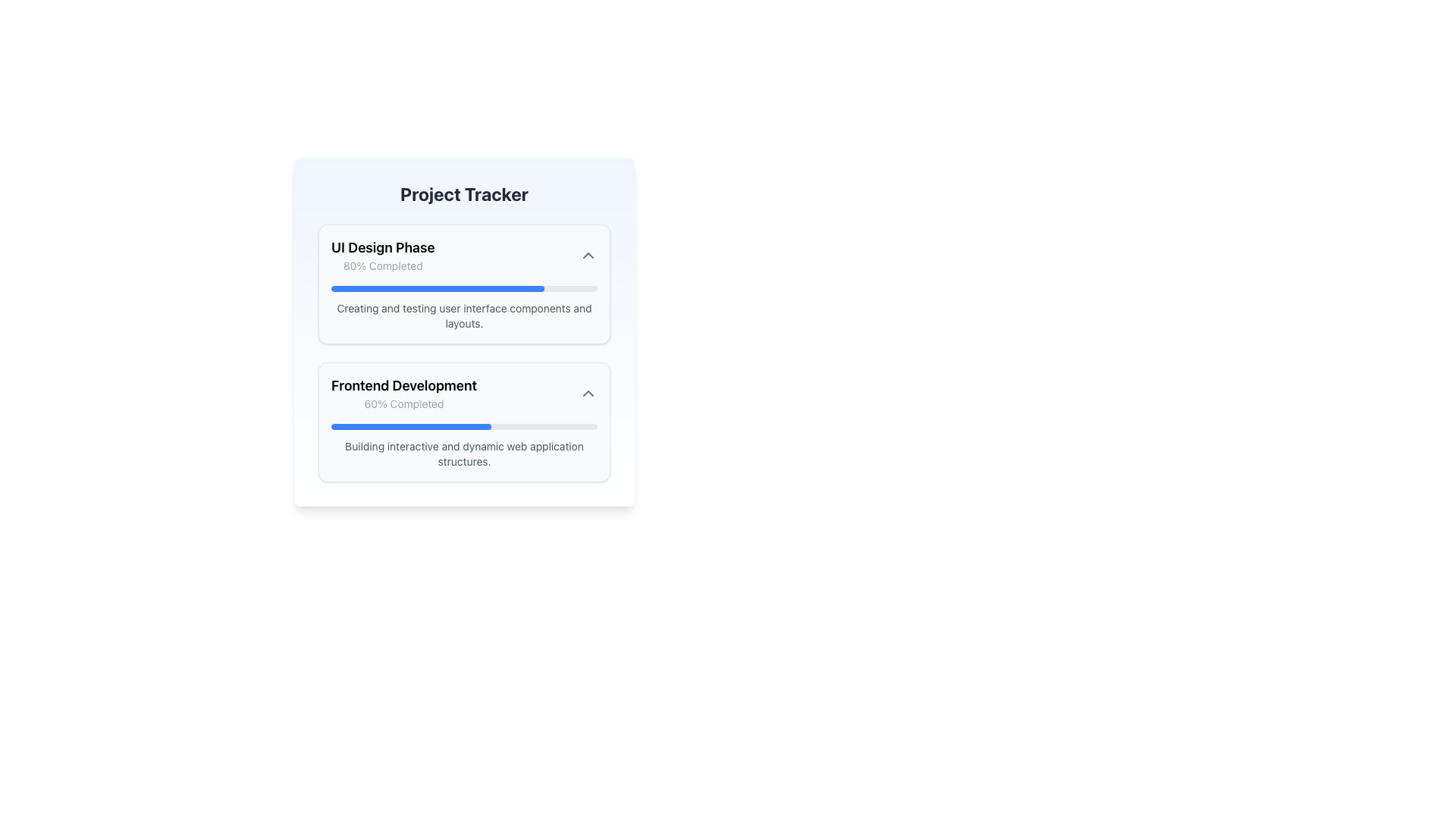  I want to click on the informative static text located below the progress bar and '80% Completed' text in the 'UI Design Phase' section of the 'Project Tracker' view, so click(463, 315).